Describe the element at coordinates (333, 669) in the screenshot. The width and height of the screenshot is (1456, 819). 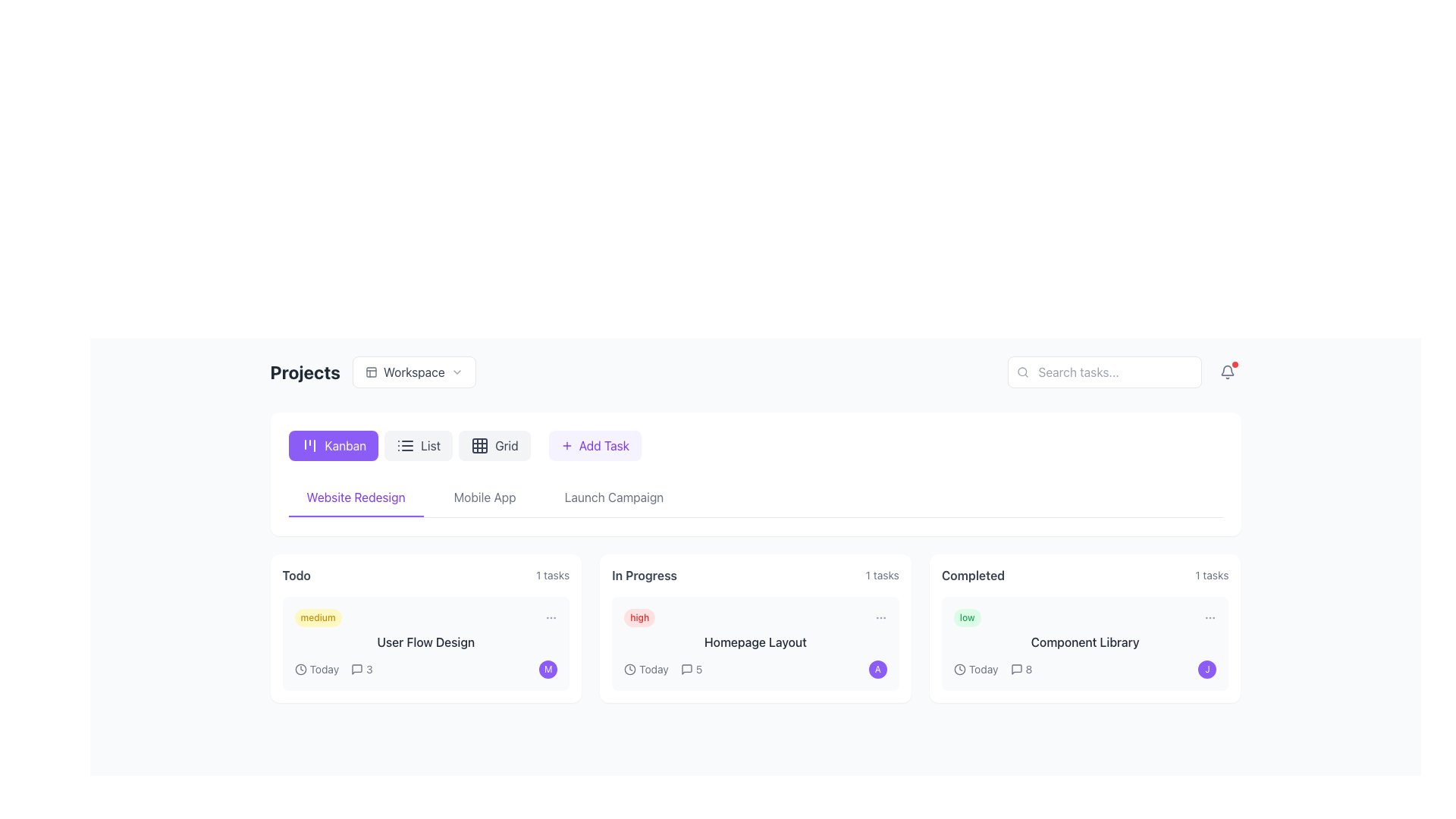
I see `the displayed information on the deadline and count in the composite layout element containing the word 'Today' and the number '3', located within the 'Todo' card as the first visible horizontal cluster` at that location.